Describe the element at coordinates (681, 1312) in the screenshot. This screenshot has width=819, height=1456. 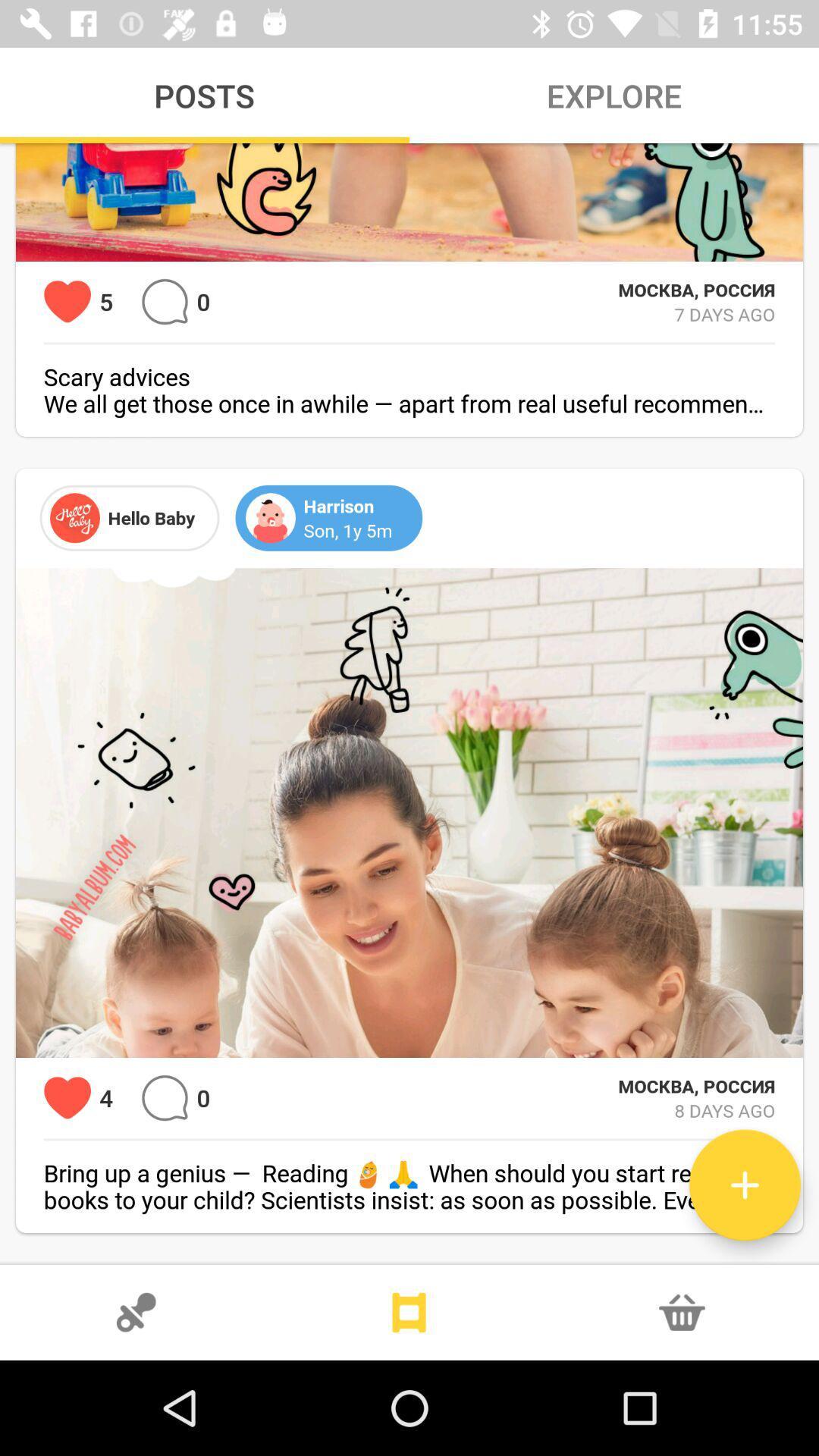
I see `the info icon` at that location.